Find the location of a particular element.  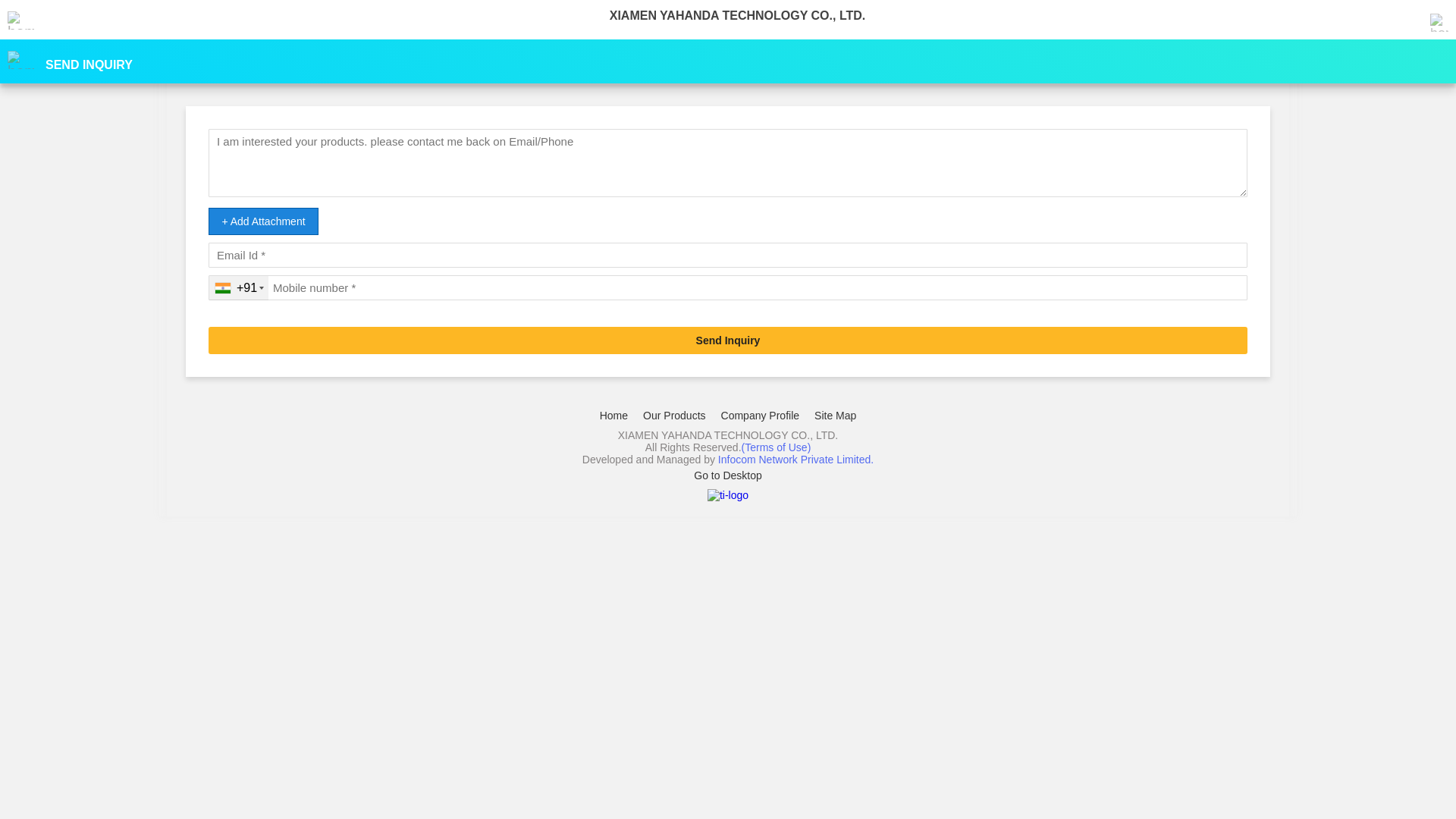

'Site Map' is located at coordinates (834, 415).